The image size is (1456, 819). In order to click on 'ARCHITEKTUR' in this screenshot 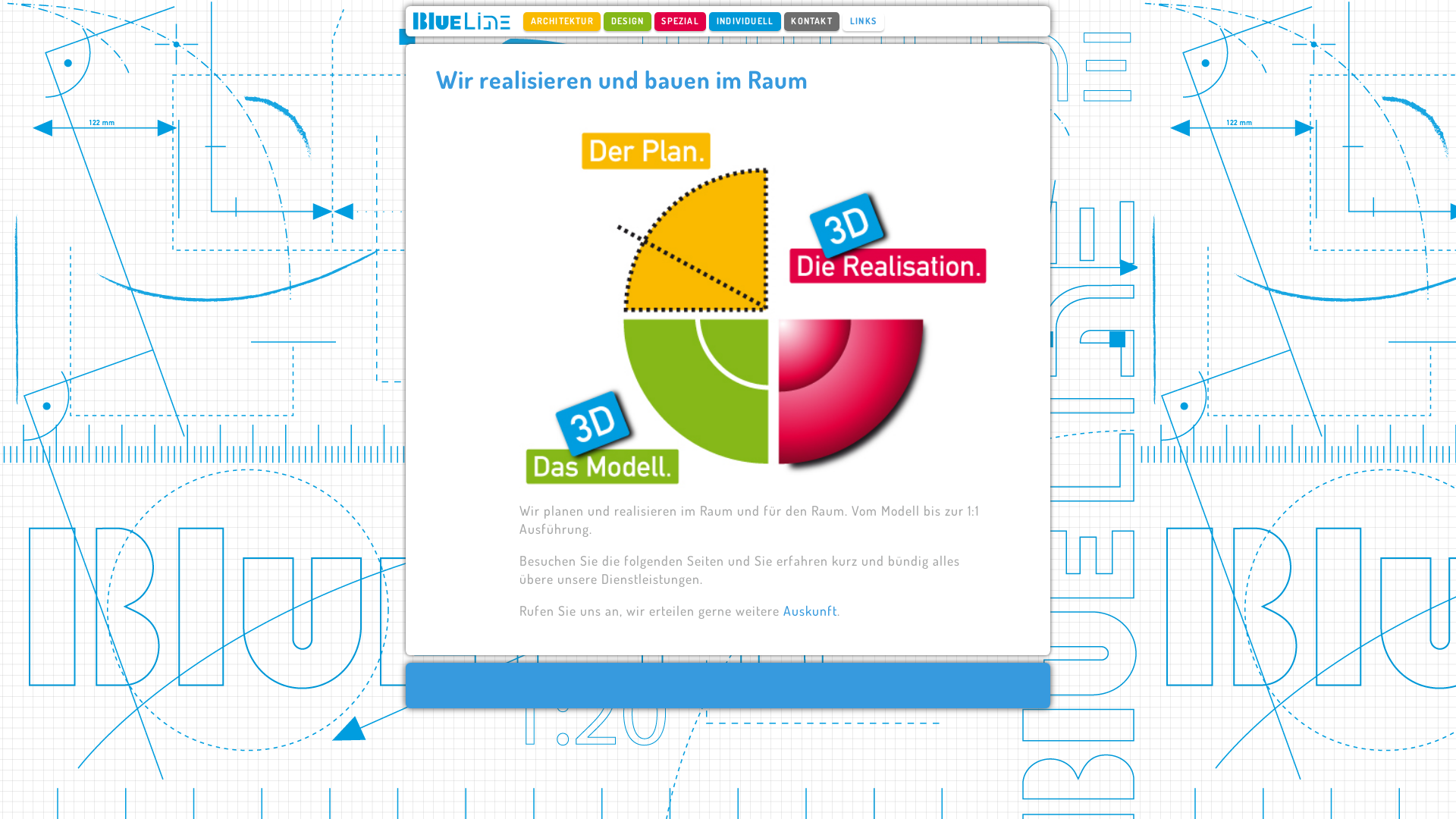, I will do `click(560, 21)`.